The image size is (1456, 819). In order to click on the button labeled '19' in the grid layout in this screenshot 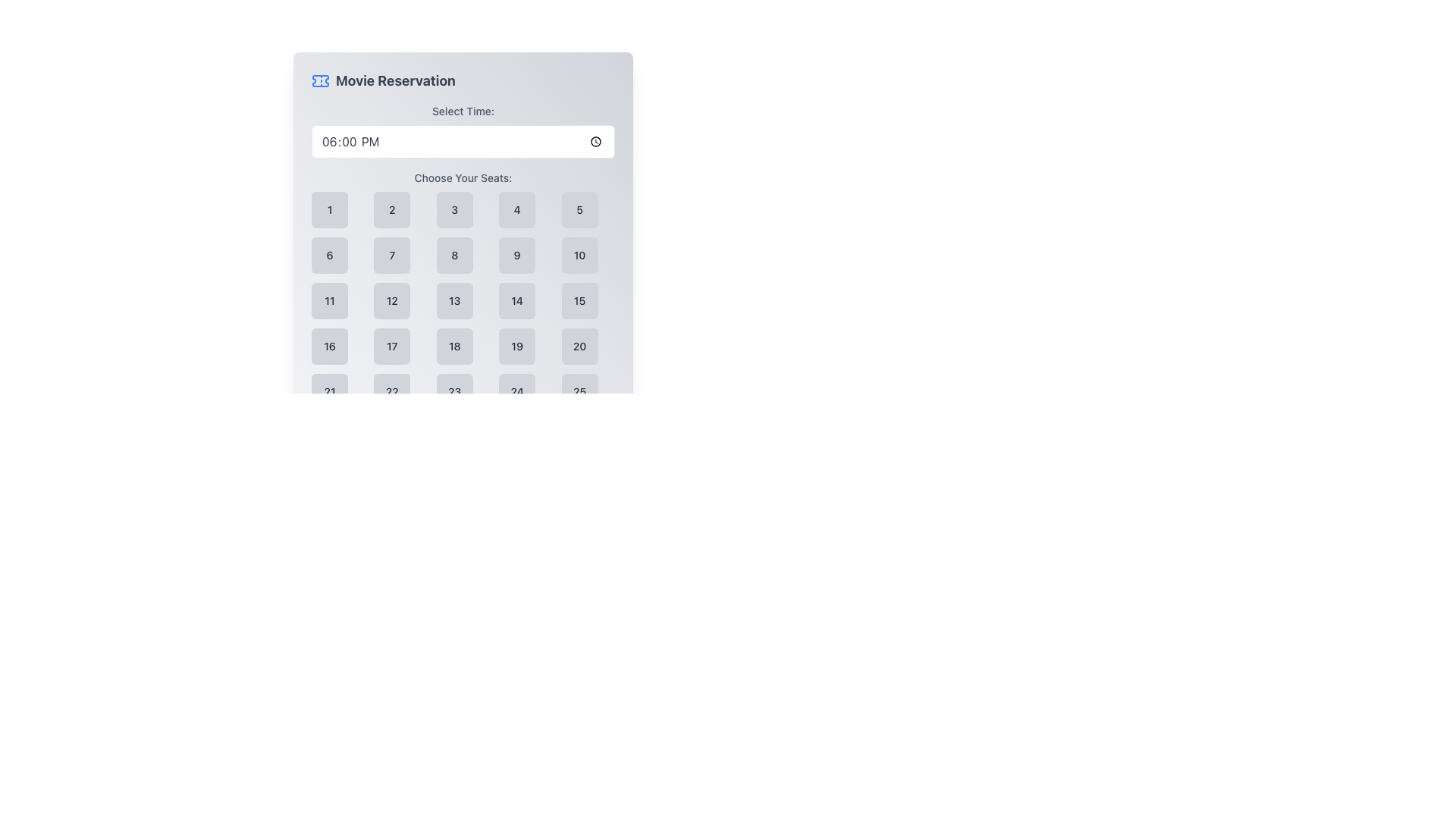, I will do `click(517, 346)`.